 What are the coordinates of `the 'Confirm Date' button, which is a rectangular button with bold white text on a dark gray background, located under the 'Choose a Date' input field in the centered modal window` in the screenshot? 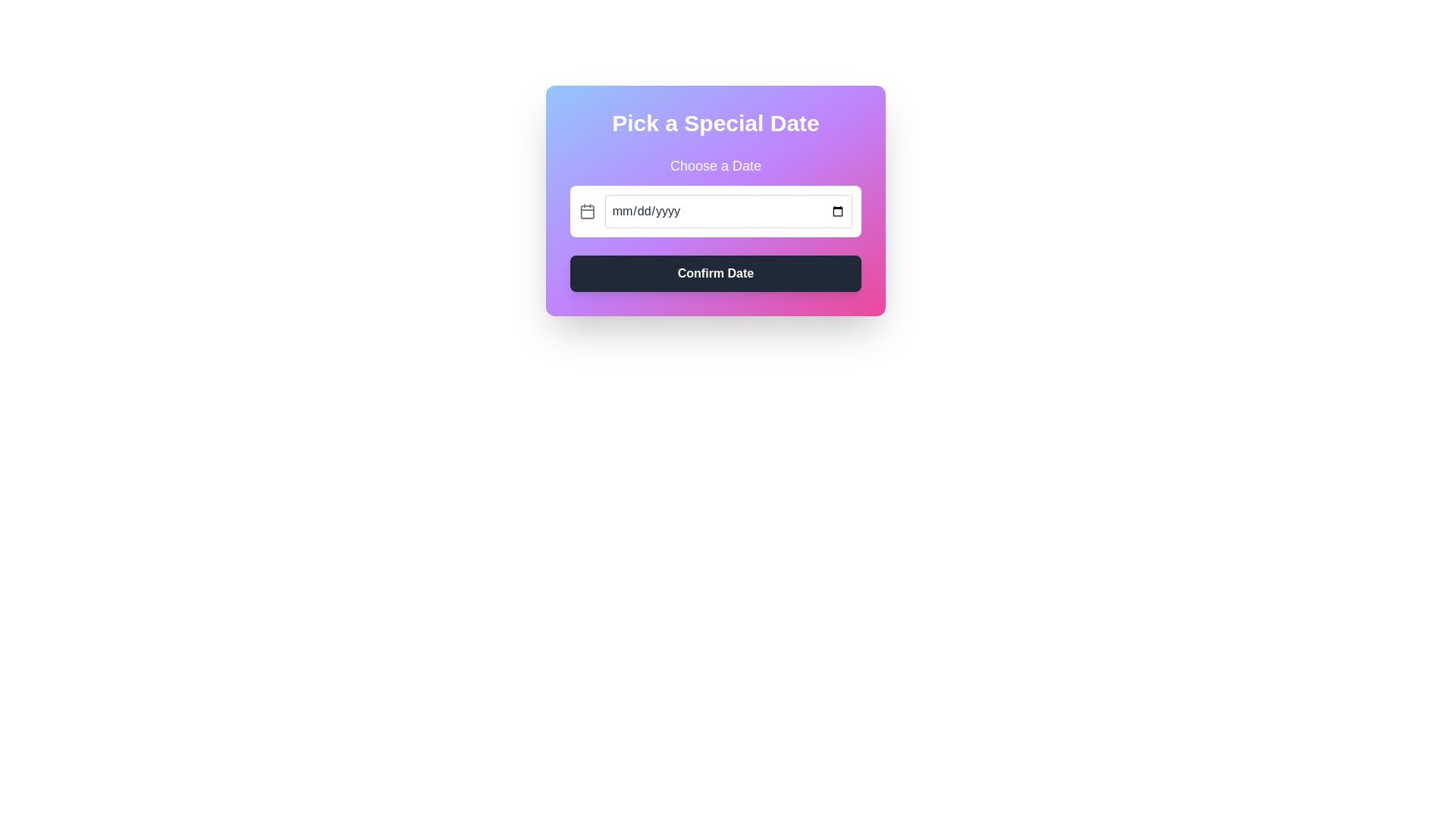 It's located at (715, 274).